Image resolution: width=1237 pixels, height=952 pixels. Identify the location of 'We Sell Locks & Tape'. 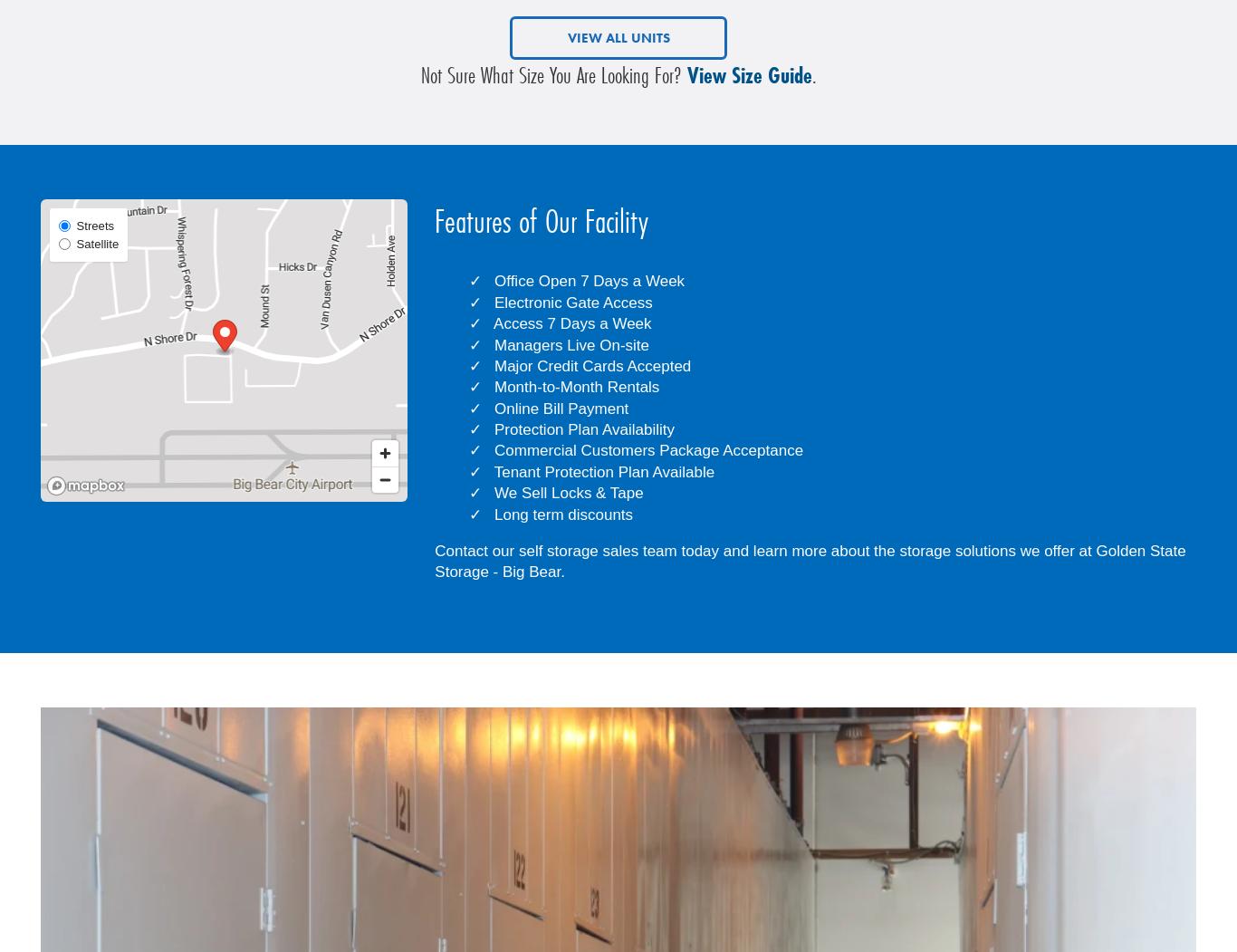
(567, 492).